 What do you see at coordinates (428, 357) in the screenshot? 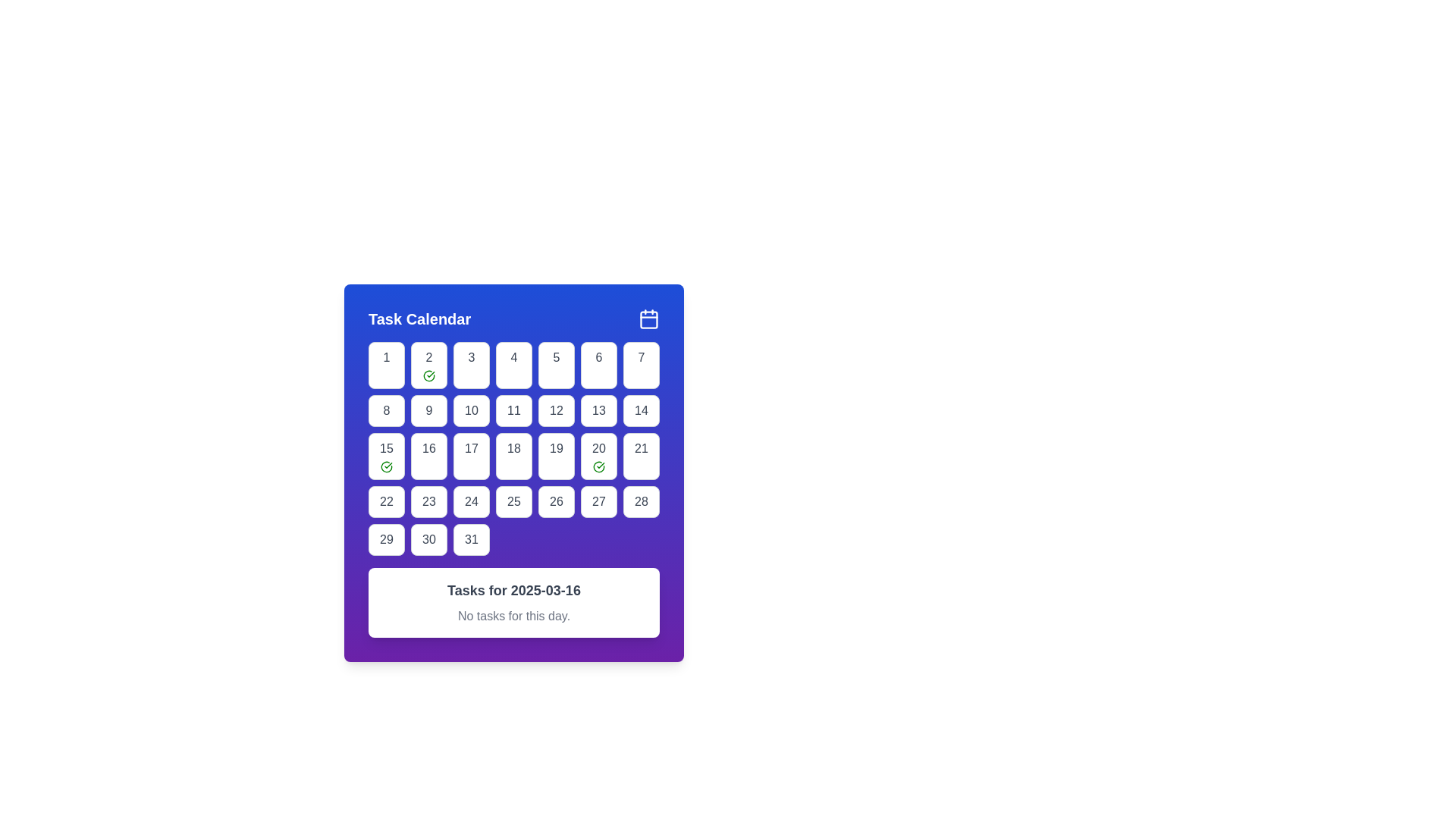
I see `the Text Label indicating the day '2' in the calendar grid, located in the second button of the first row under 'Task Calendar'` at bounding box center [428, 357].